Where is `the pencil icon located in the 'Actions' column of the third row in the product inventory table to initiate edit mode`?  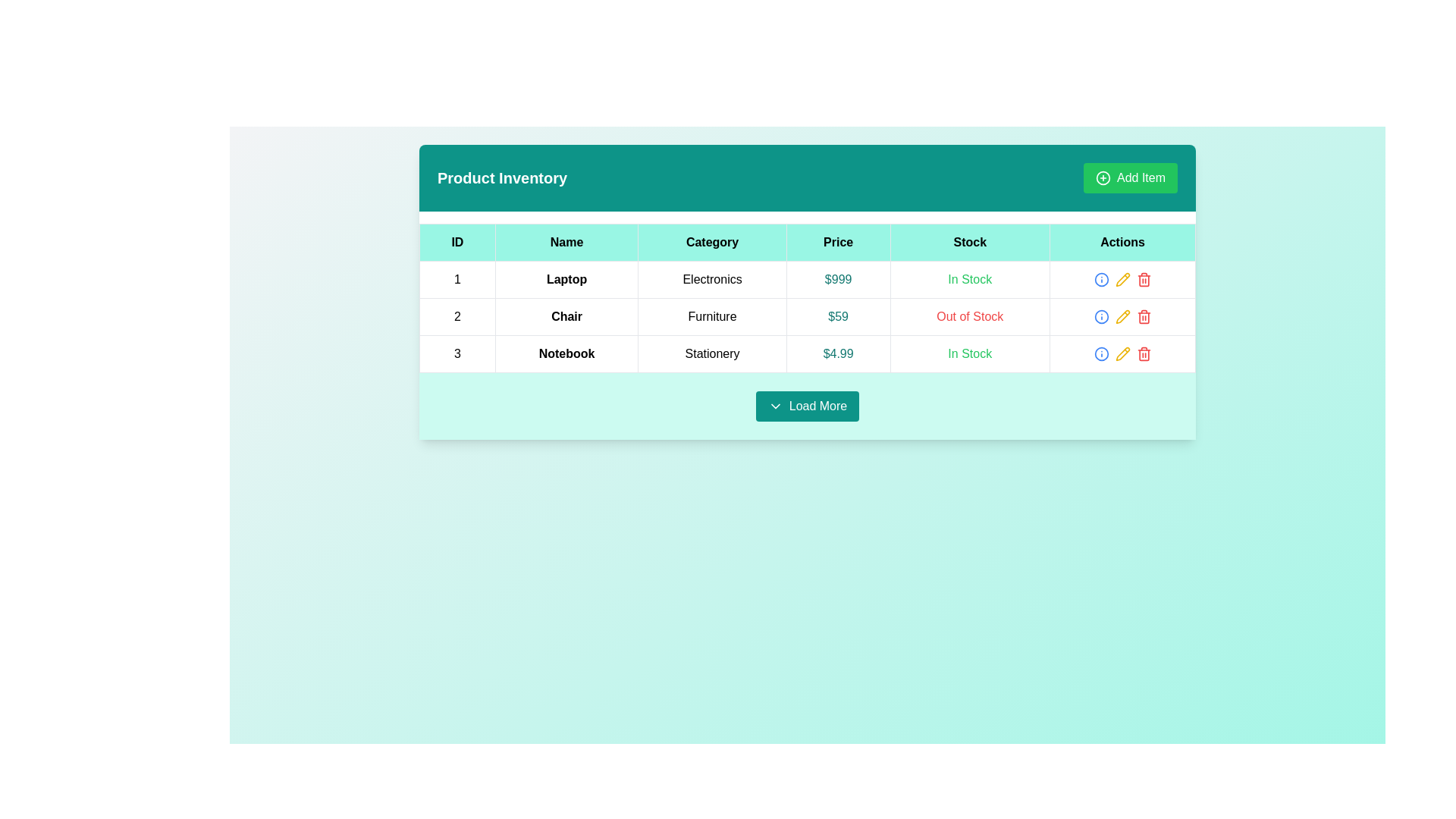
the pencil icon located in the 'Actions' column of the third row in the product inventory table to initiate edit mode is located at coordinates (1122, 280).